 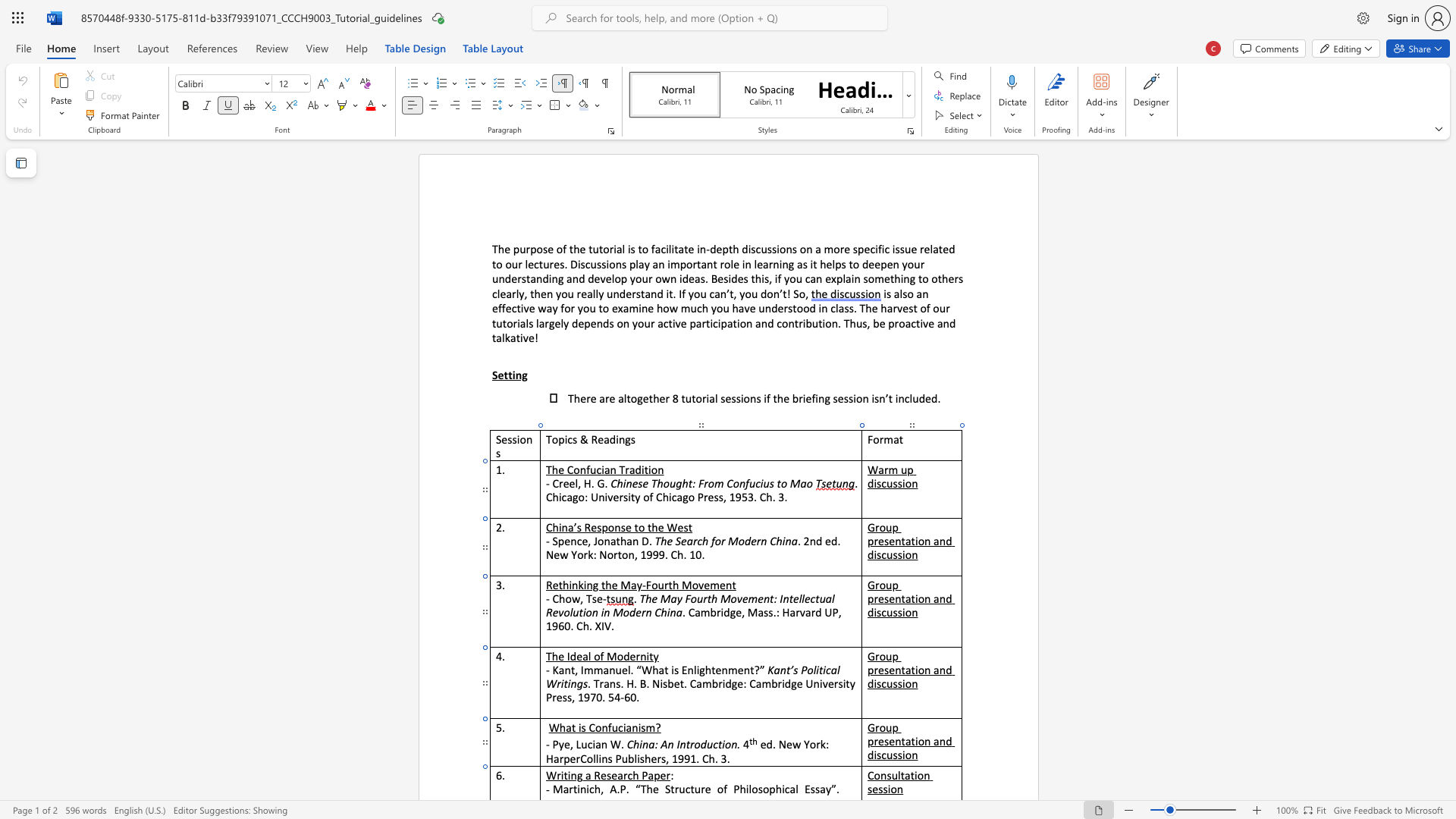 What do you see at coordinates (570, 743) in the screenshot?
I see `the 1th character "," in the text` at bounding box center [570, 743].